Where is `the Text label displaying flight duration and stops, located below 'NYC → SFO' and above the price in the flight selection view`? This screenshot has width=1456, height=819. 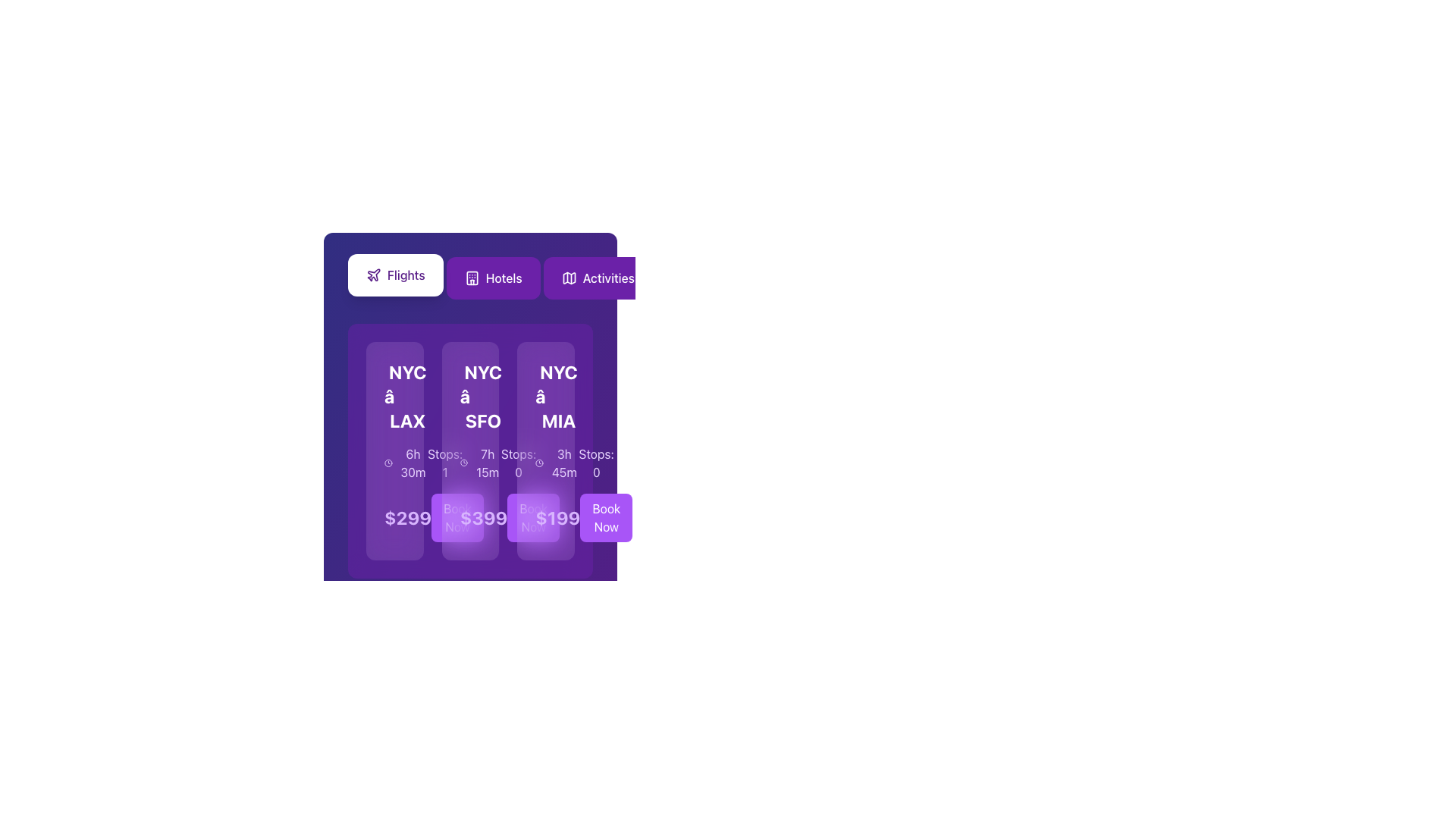
the Text label displaying flight duration and stops, located below 'NYC → SFO' and above the price in the flight selection view is located at coordinates (469, 462).